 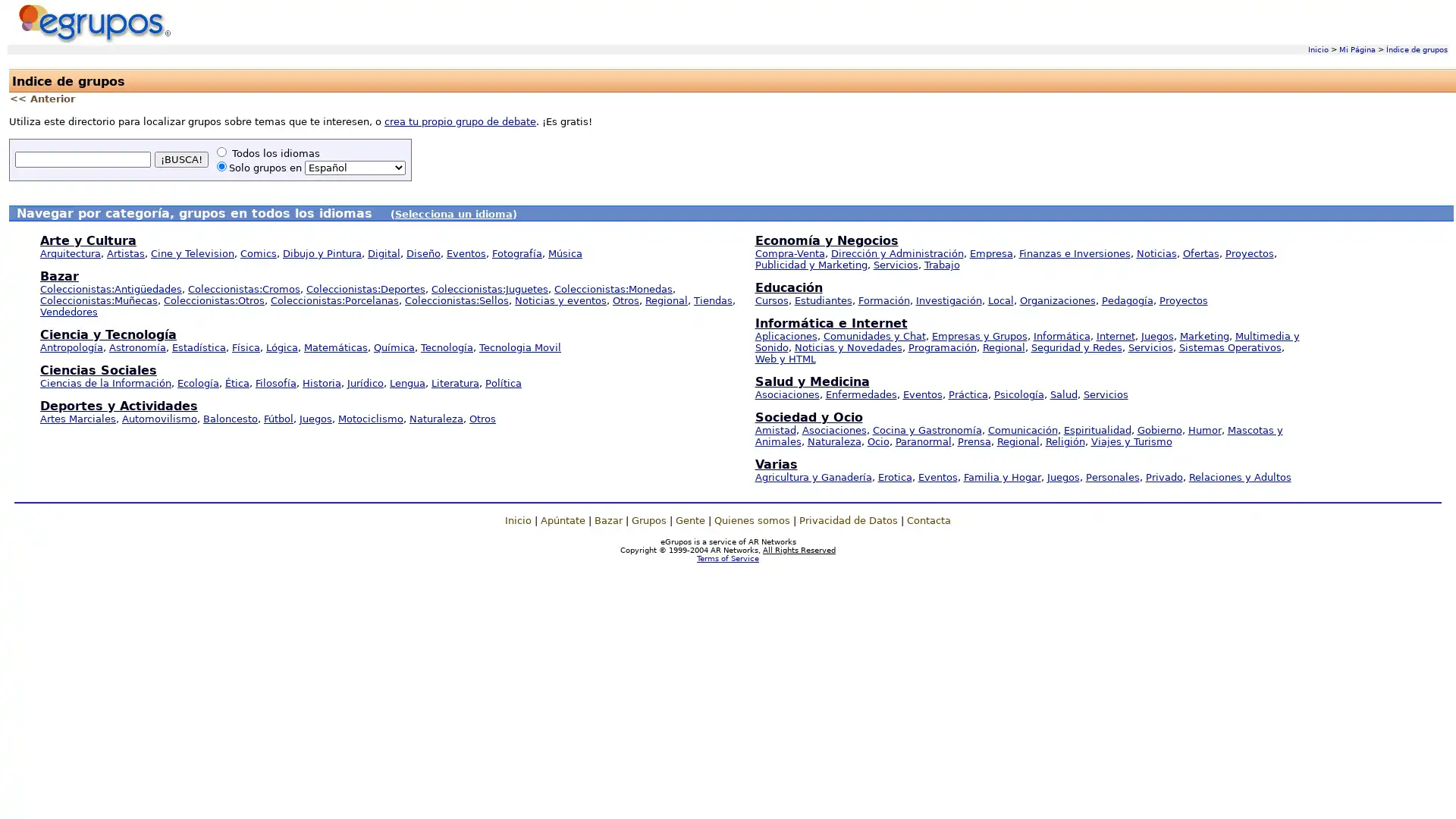 What do you see at coordinates (181, 159) in the screenshot?
I see `BUSCA!` at bounding box center [181, 159].